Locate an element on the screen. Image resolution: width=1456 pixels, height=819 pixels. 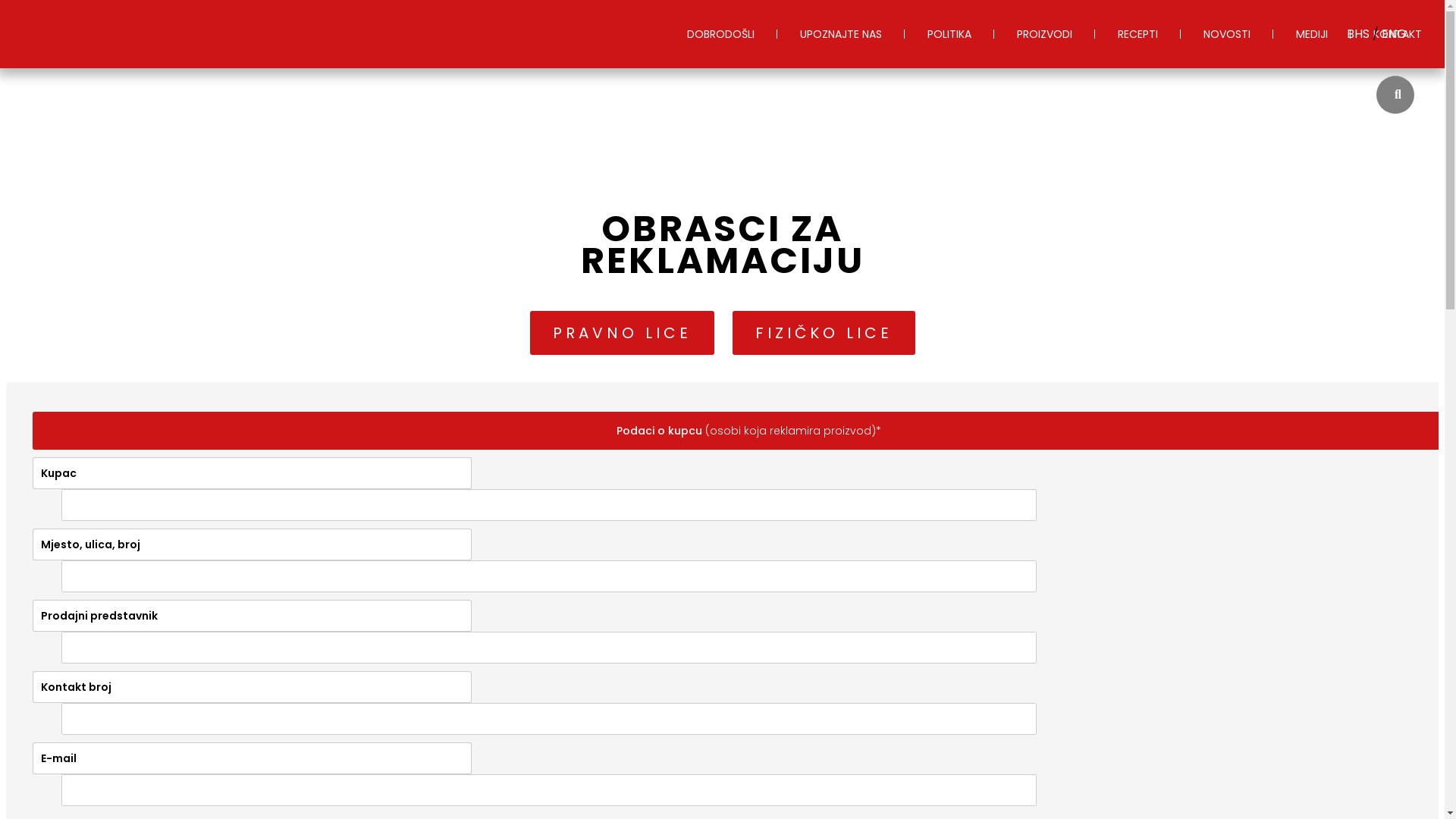
'POLITIKA' is located at coordinates (949, 34).